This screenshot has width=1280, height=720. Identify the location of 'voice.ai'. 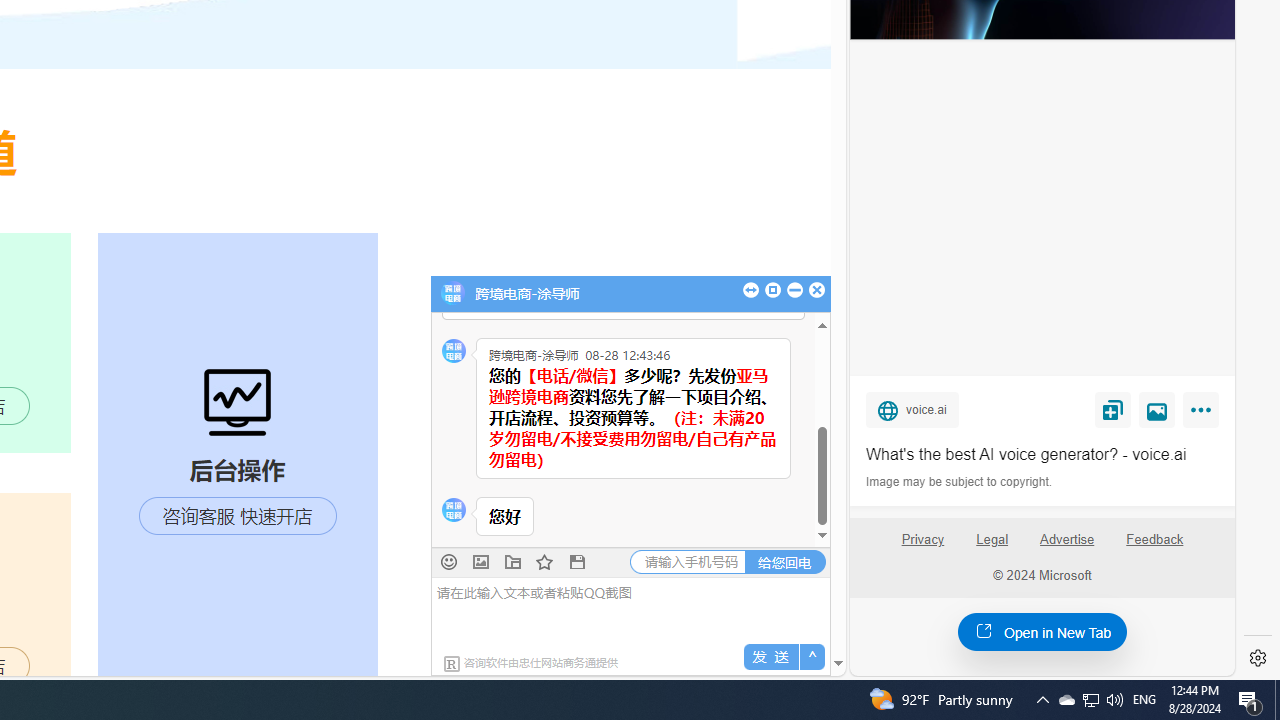
(911, 408).